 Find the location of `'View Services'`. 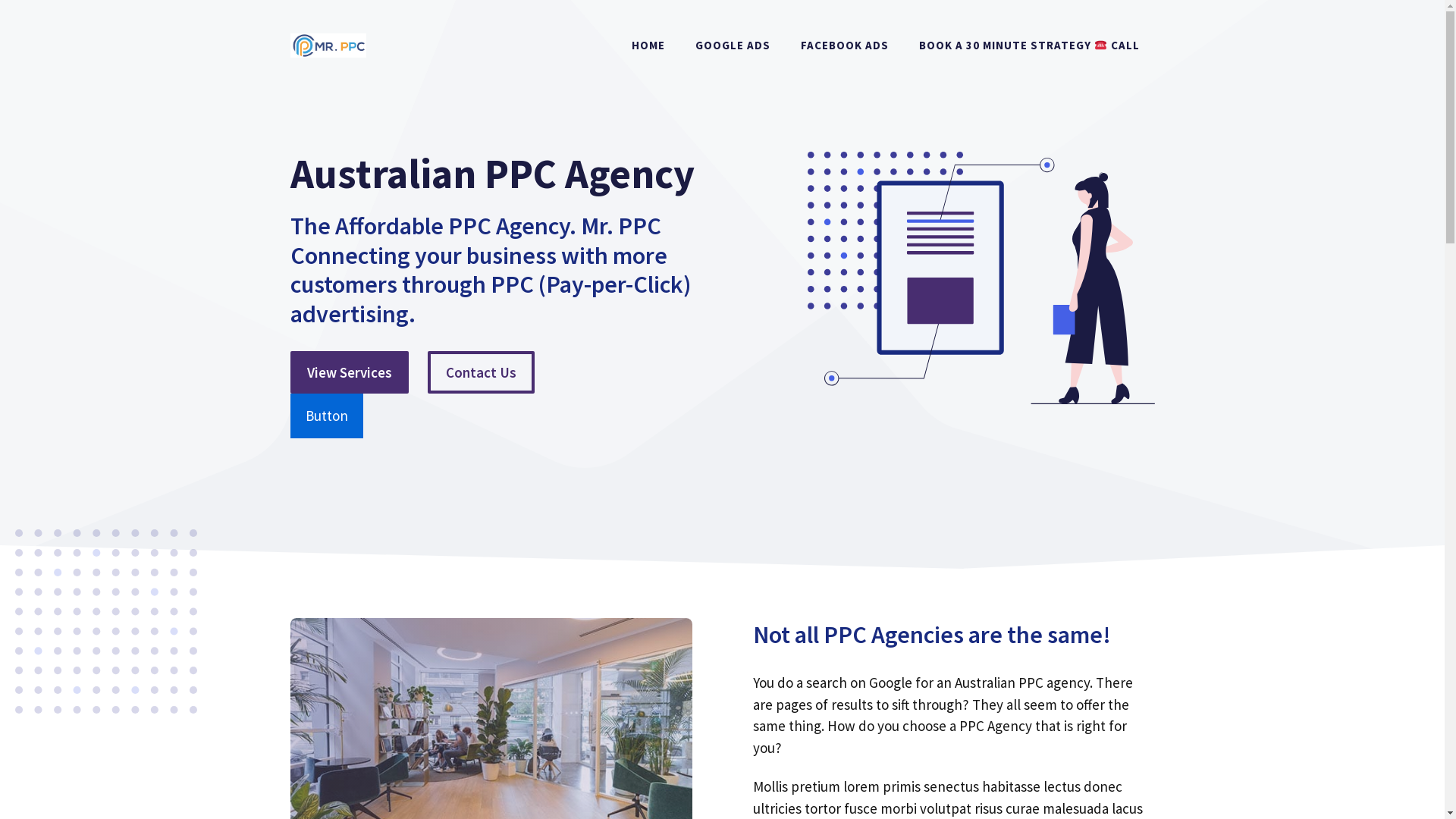

'View Services' is located at coordinates (348, 372).